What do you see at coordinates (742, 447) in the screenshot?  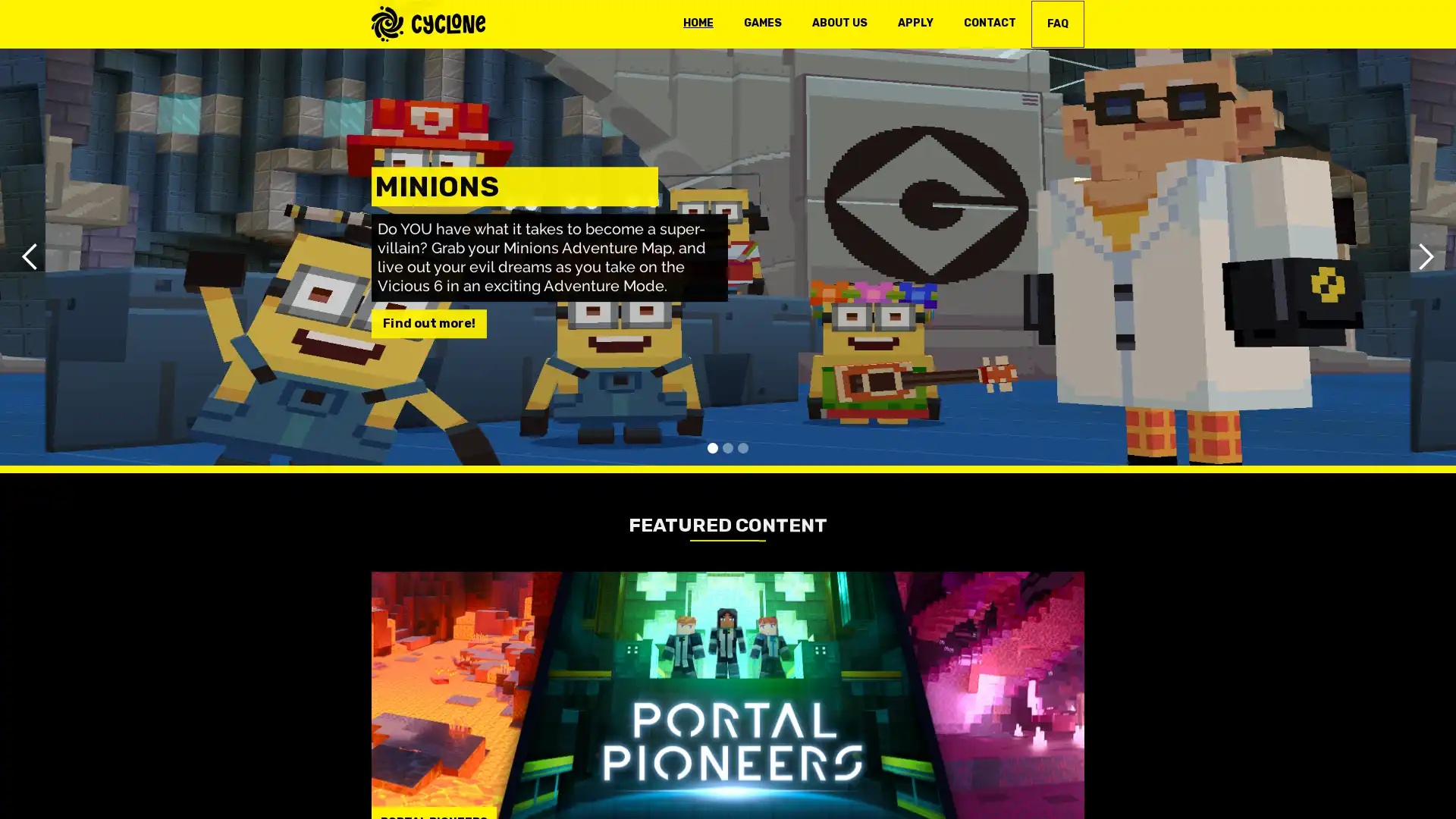 I see `Show slide 3 of 3` at bounding box center [742, 447].